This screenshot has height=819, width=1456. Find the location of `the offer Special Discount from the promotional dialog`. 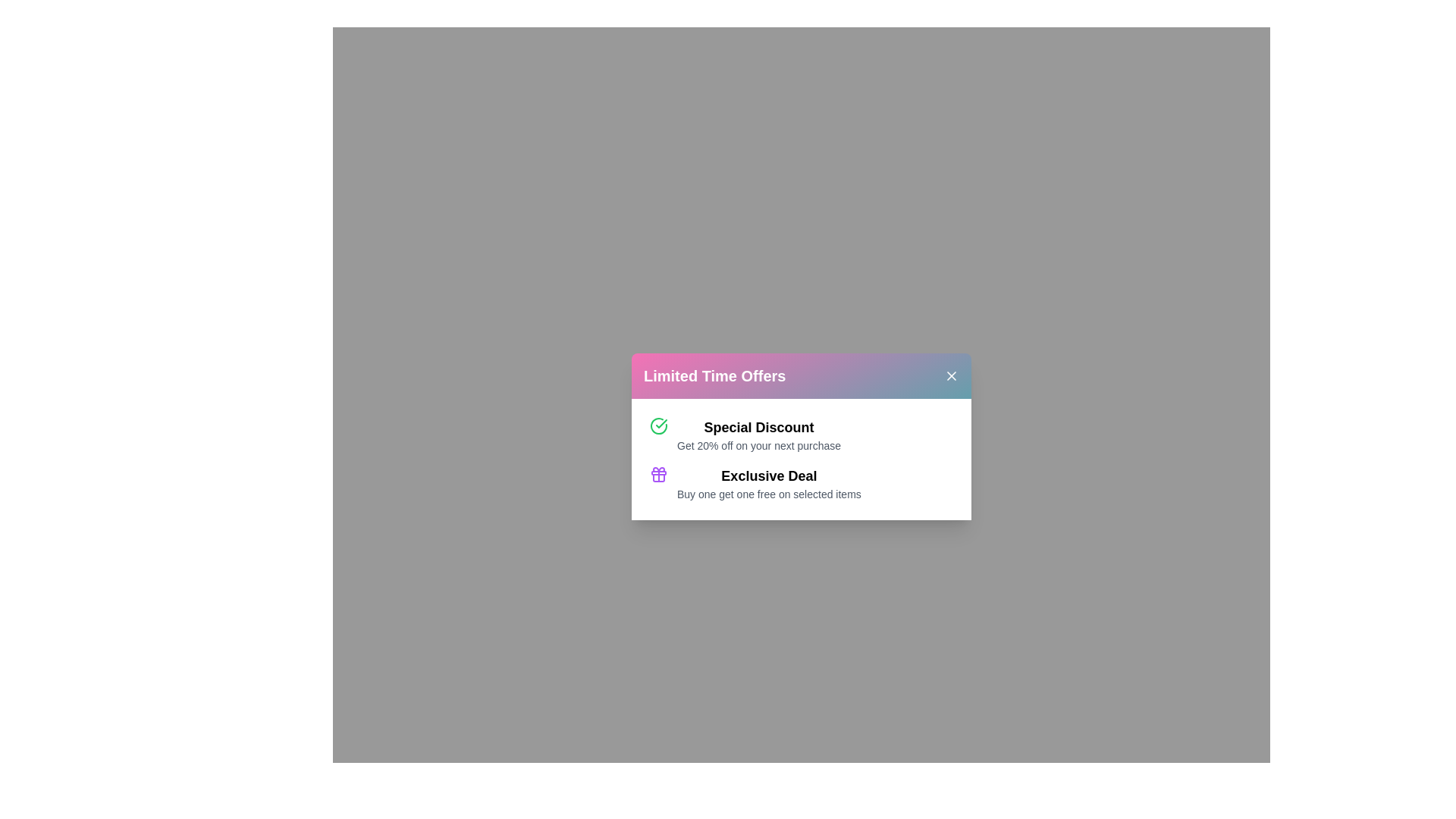

the offer Special Discount from the promotional dialog is located at coordinates (759, 427).